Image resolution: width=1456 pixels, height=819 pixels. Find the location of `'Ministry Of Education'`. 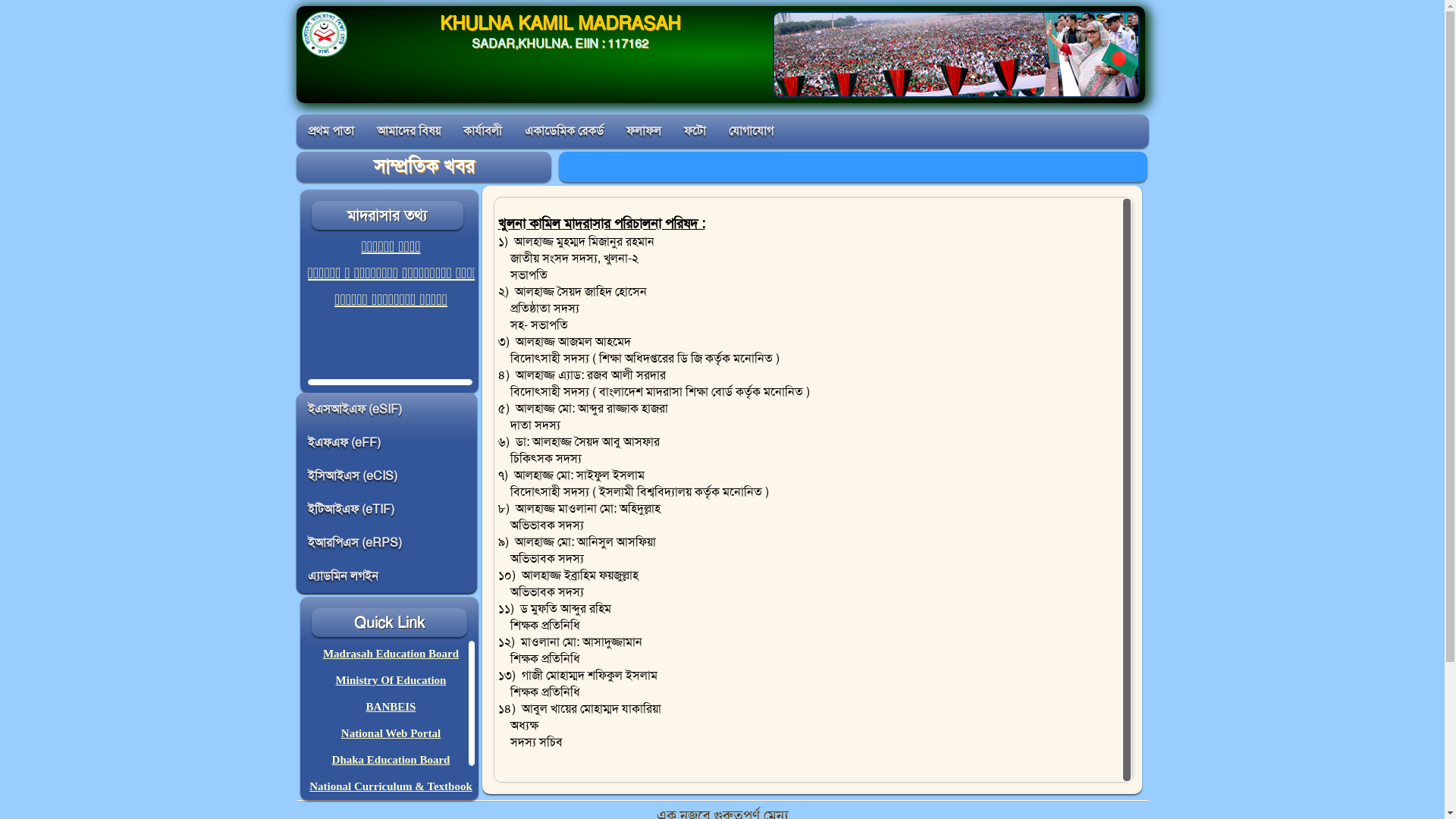

'Ministry Of Education' is located at coordinates (334, 679).